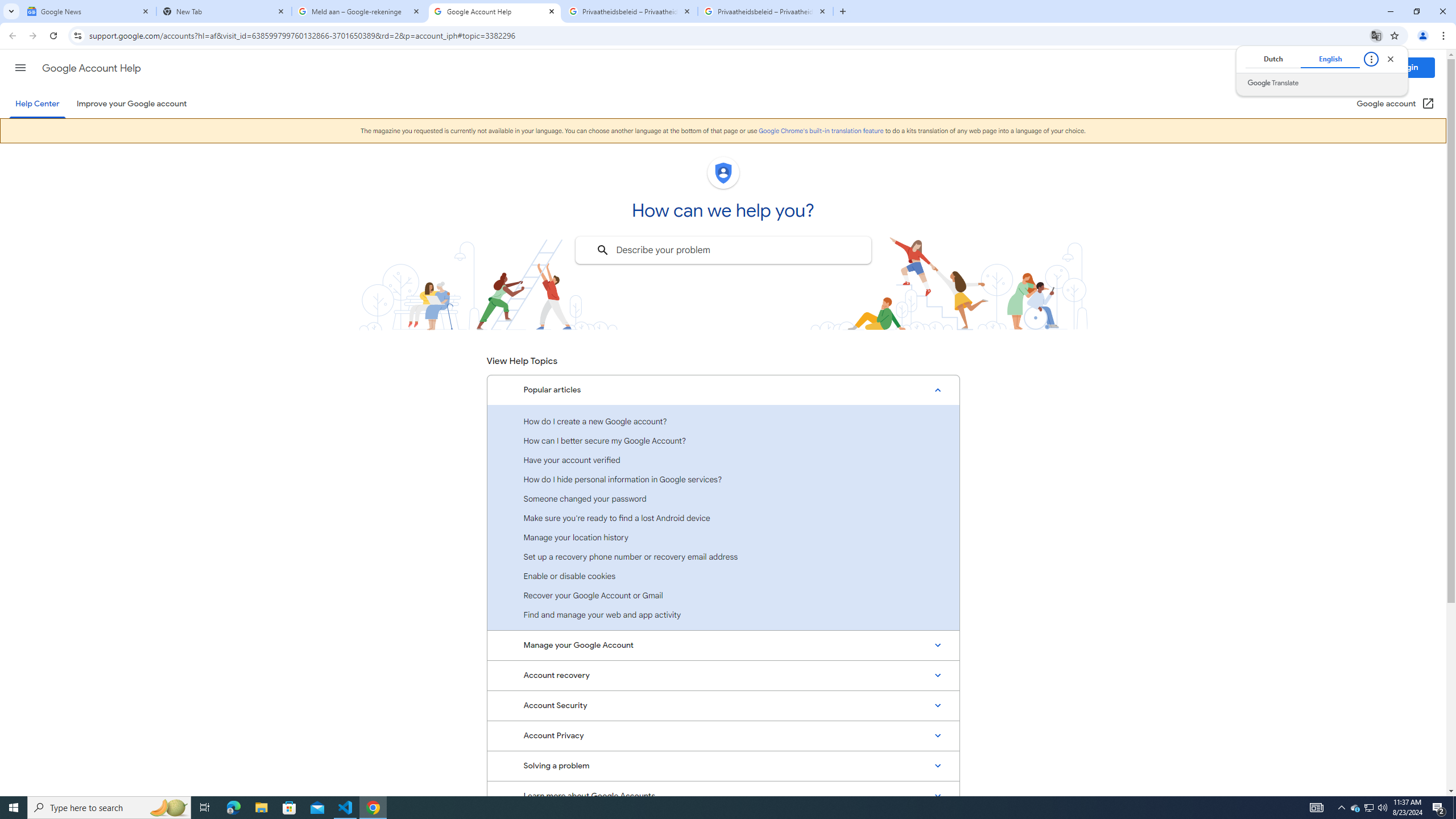  Describe the element at coordinates (723, 644) in the screenshot. I see `'Manage your Google Account'` at that location.